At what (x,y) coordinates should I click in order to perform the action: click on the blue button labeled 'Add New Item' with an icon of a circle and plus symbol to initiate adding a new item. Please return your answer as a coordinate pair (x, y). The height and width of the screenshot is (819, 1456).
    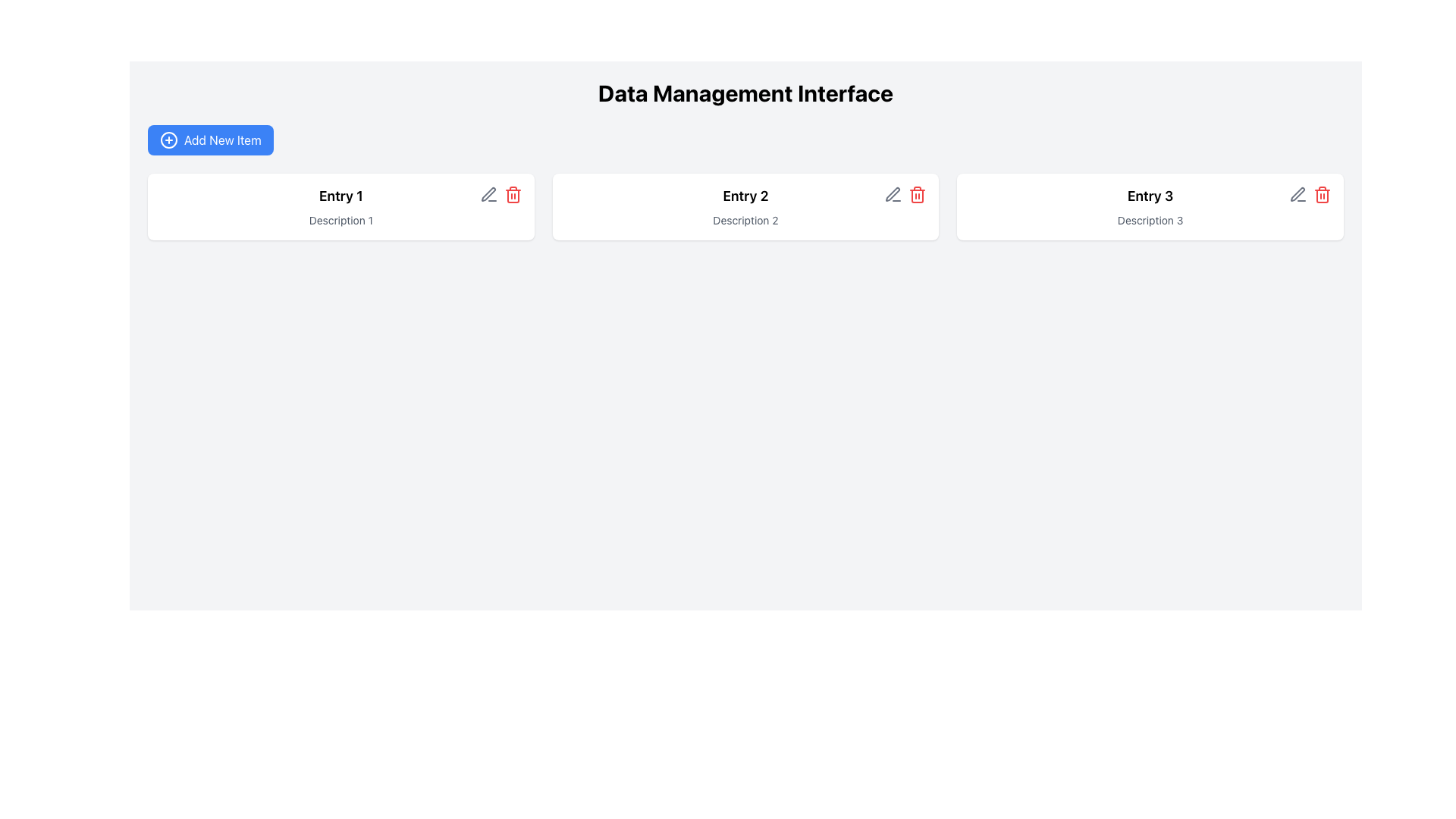
    Looking at the image, I should click on (209, 140).